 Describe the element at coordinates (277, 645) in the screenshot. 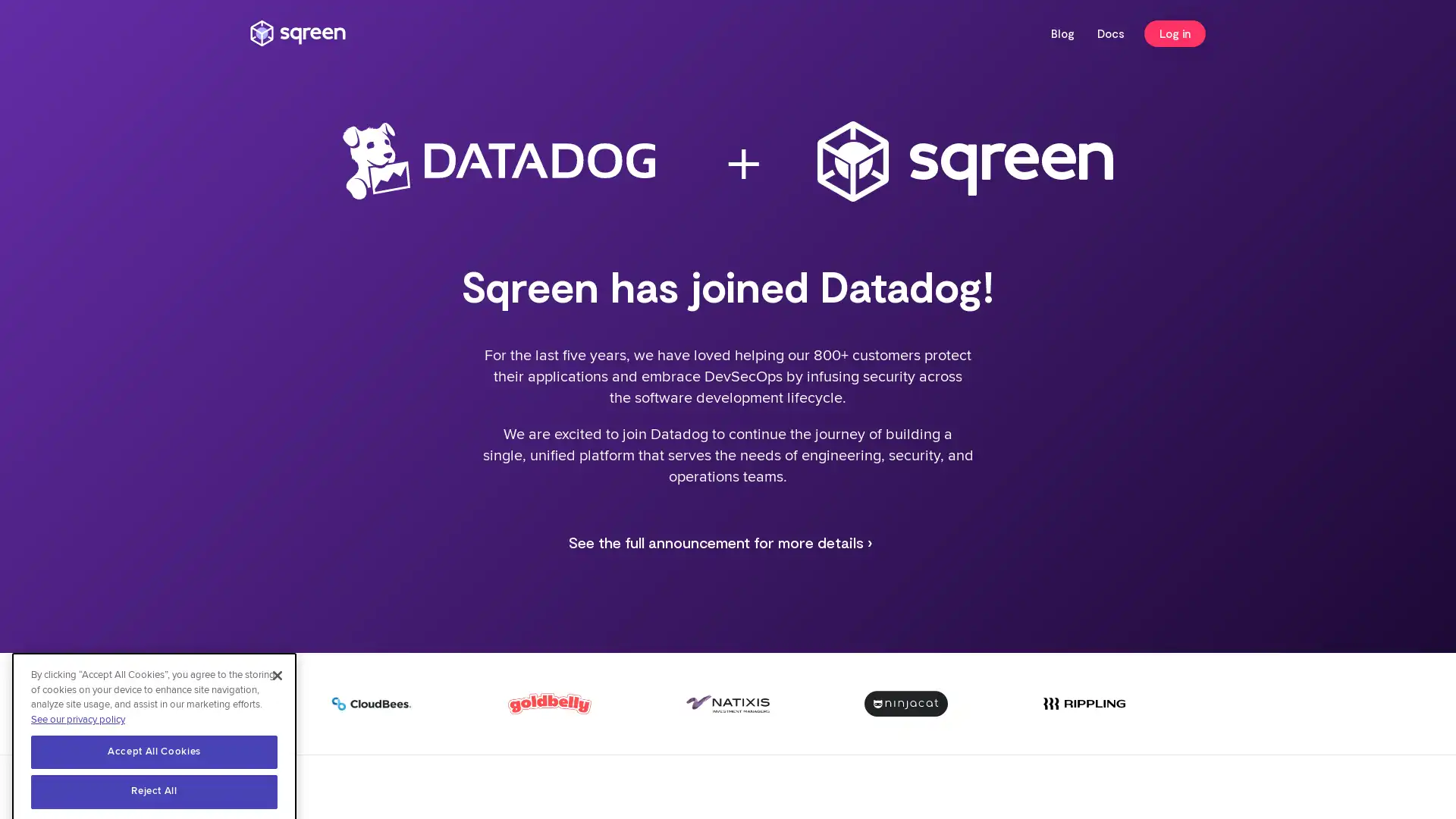

I see `Close` at that location.